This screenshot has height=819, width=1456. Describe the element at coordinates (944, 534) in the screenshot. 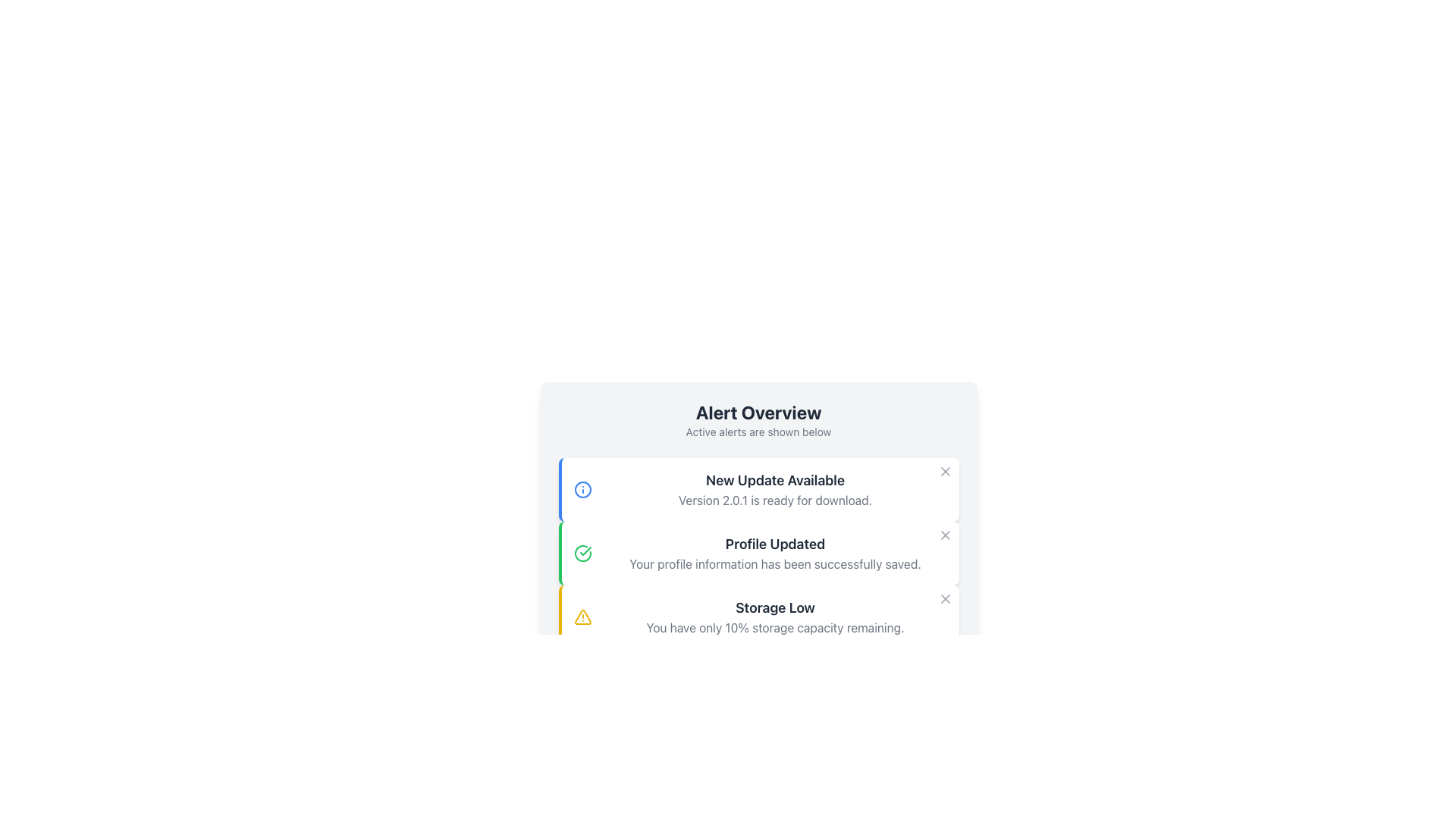

I see `the close icon styled as an 'X' located in the middle of the third notification box labeled 'Profile Updated'` at that location.